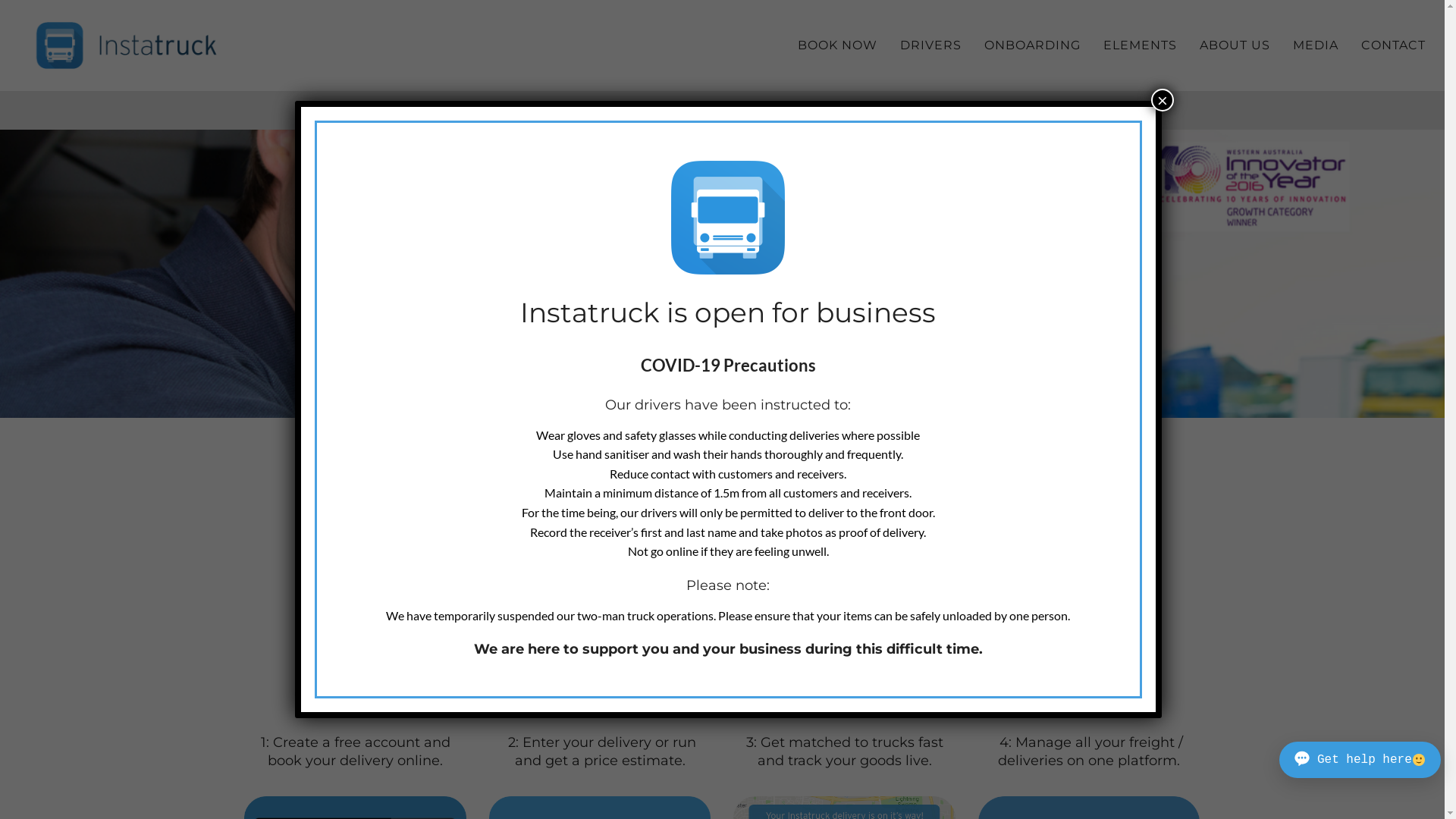 Image resolution: width=1456 pixels, height=819 pixels. What do you see at coordinates (1187, 45) in the screenshot?
I see `'ABOUT US'` at bounding box center [1187, 45].